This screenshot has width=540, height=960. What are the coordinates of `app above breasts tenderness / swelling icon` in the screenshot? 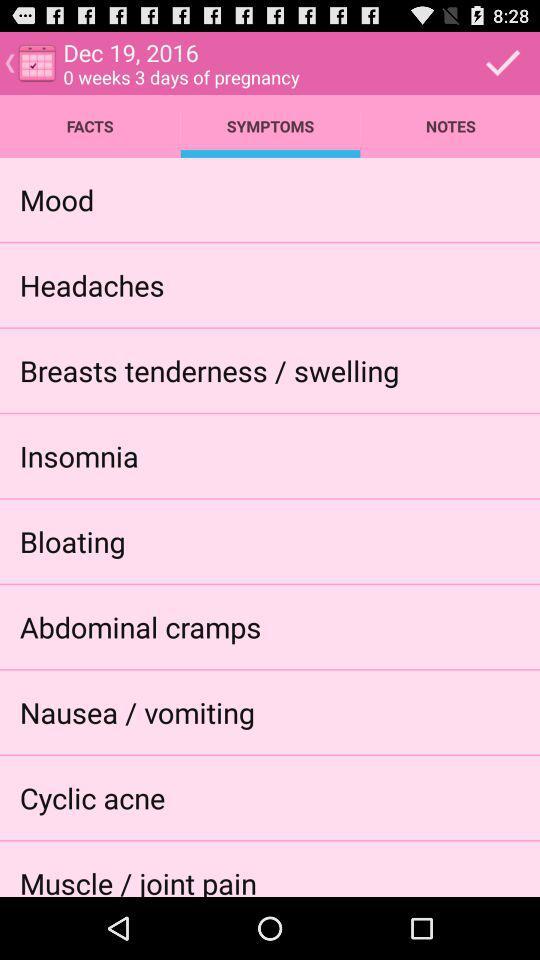 It's located at (91, 283).